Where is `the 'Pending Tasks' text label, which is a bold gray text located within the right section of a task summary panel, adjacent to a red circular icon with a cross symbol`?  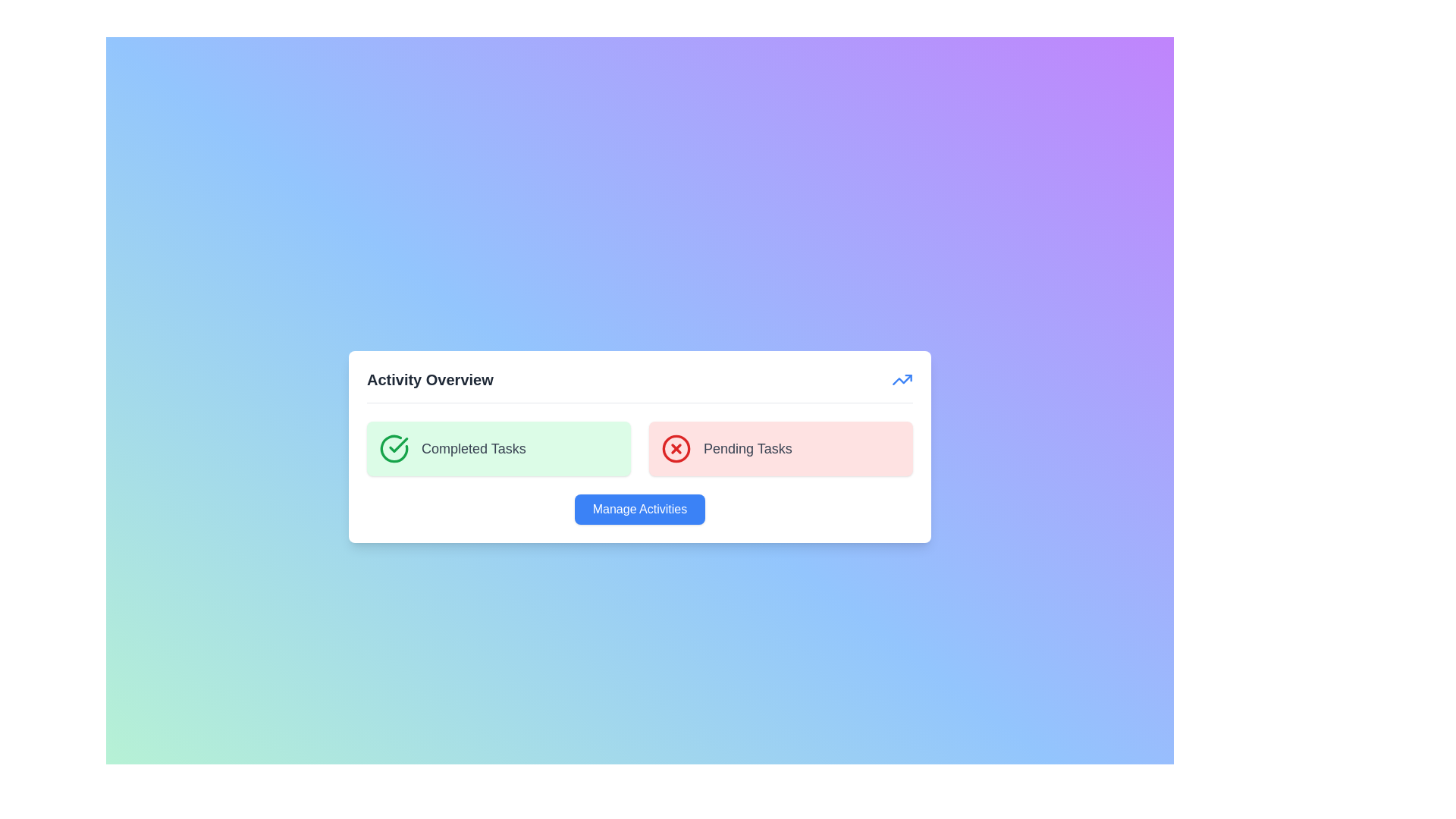 the 'Pending Tasks' text label, which is a bold gray text located within the right section of a task summary panel, adjacent to a red circular icon with a cross symbol is located at coordinates (748, 447).